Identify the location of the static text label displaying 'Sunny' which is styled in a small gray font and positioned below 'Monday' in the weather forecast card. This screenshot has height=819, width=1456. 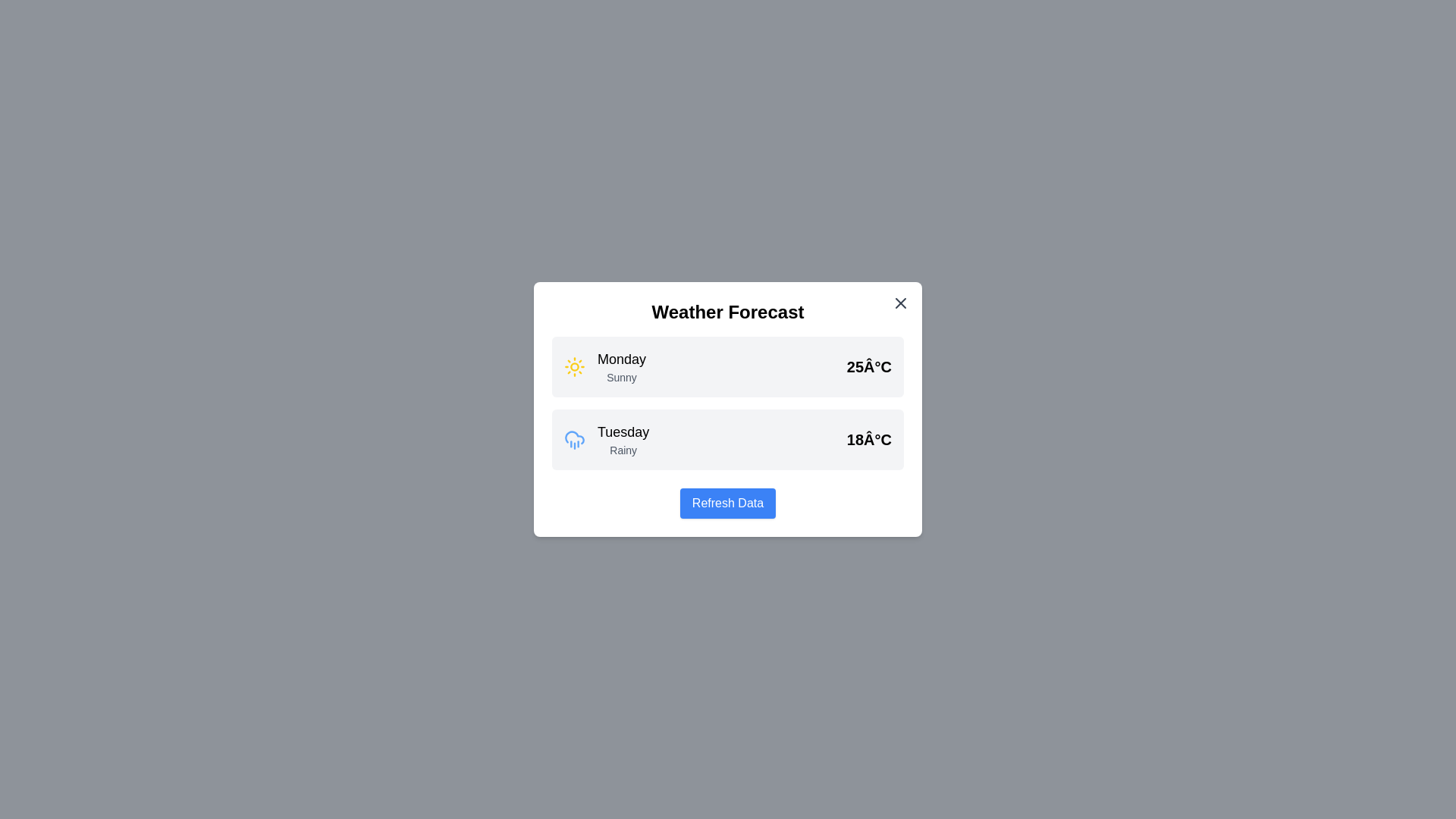
(622, 376).